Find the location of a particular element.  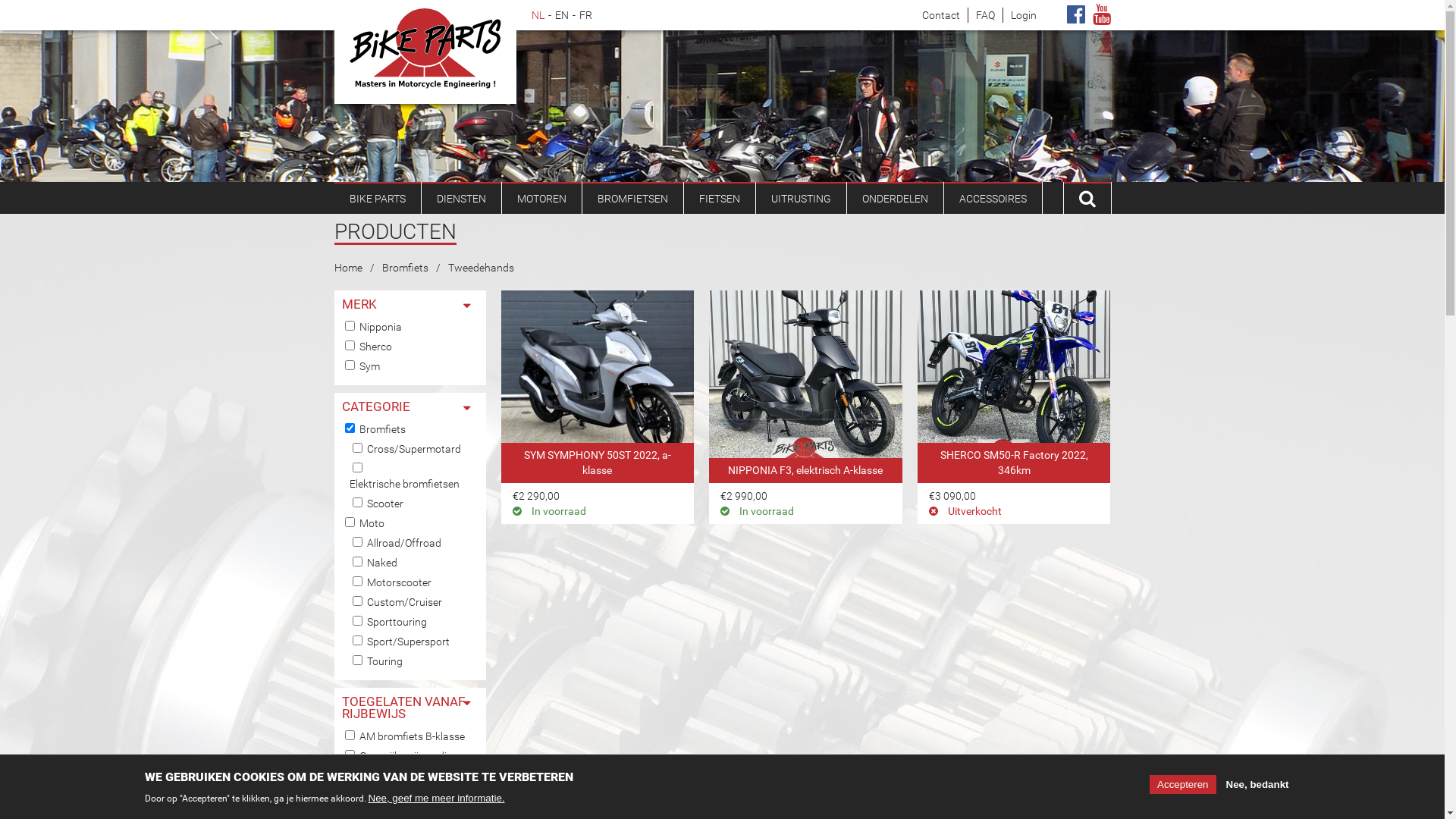

'Accepteren' is located at coordinates (1181, 784).